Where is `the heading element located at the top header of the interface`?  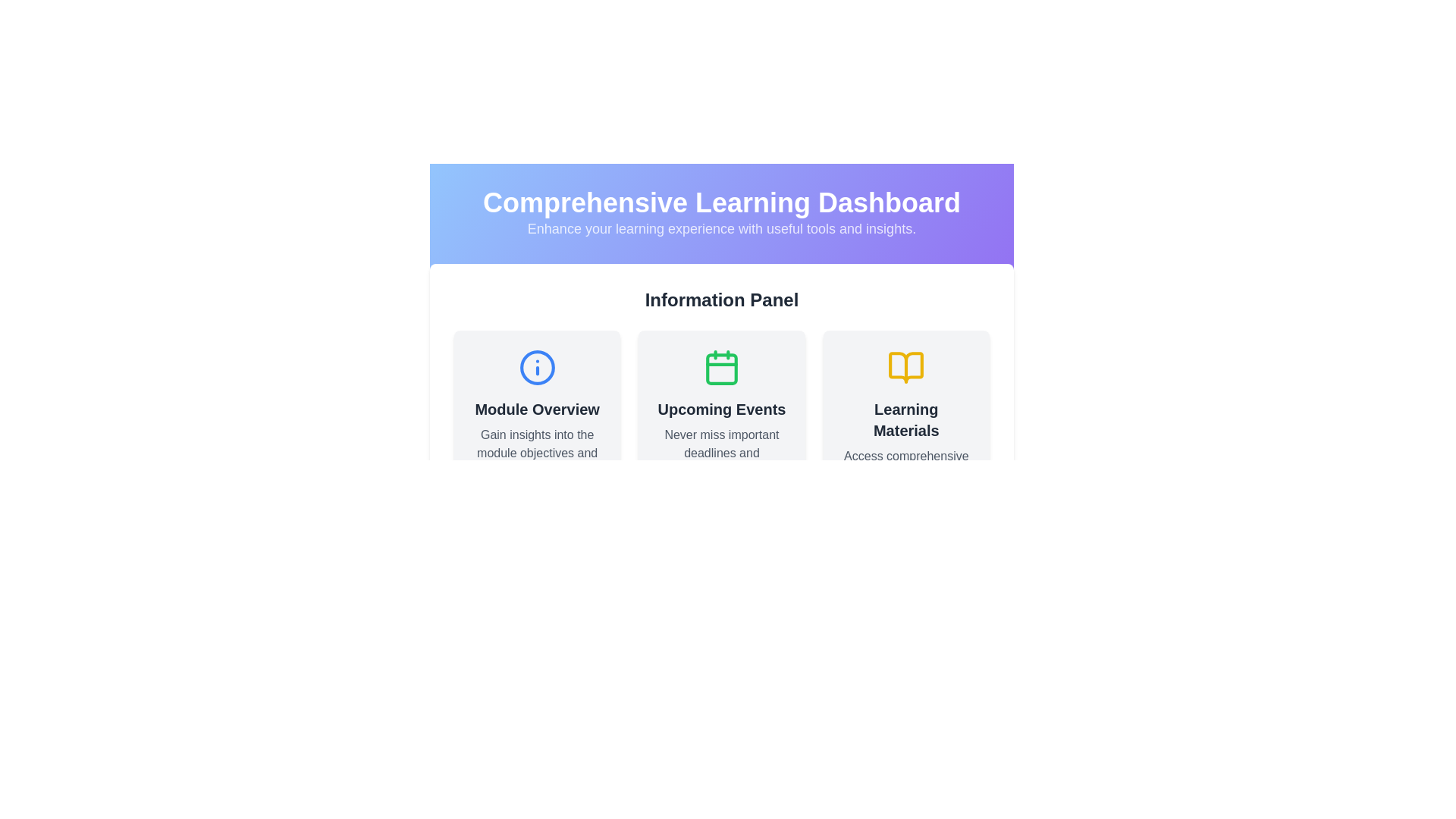 the heading element located at the top header of the interface is located at coordinates (720, 202).